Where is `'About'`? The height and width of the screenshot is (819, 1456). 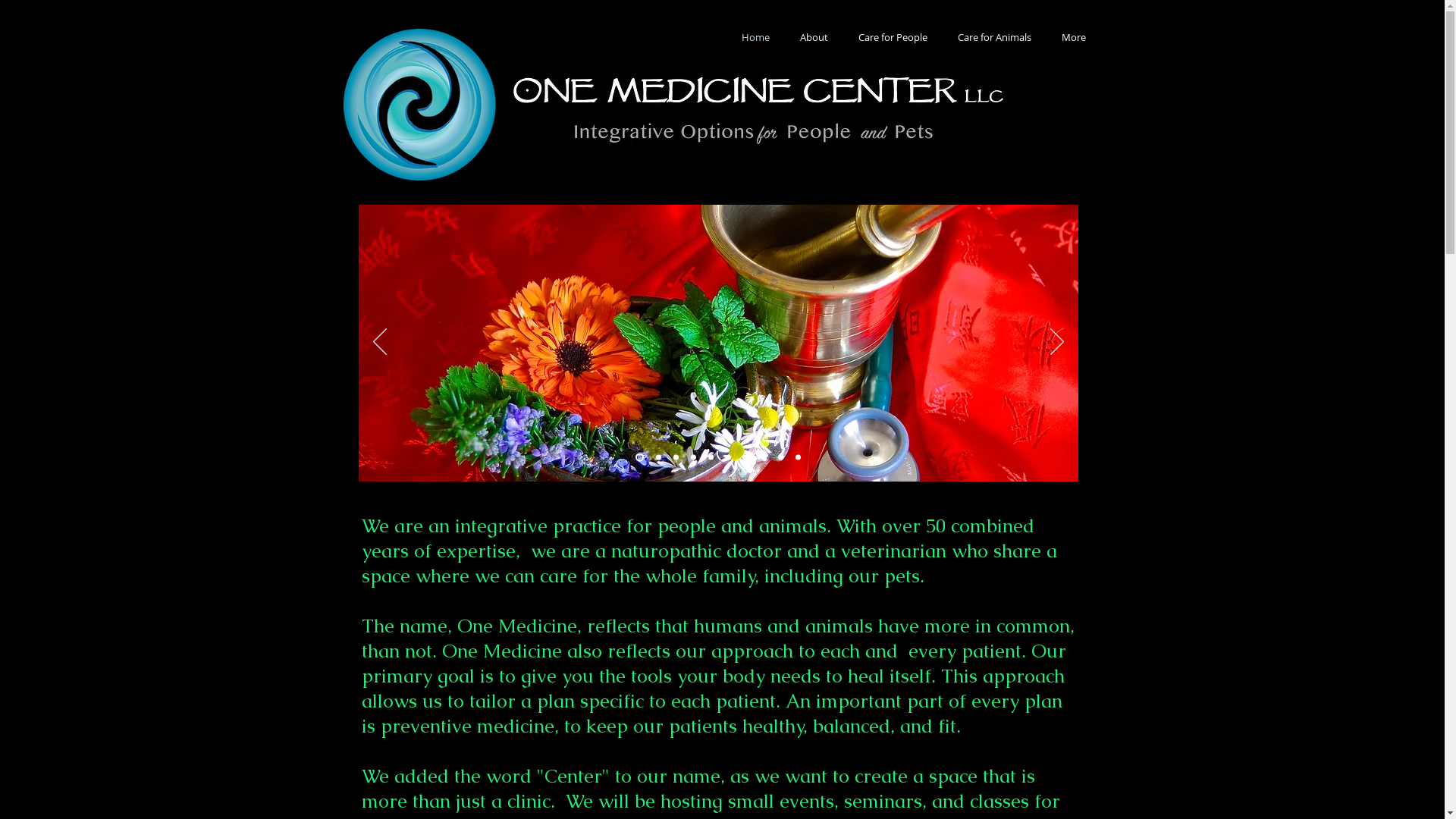 'About' is located at coordinates (812, 36).